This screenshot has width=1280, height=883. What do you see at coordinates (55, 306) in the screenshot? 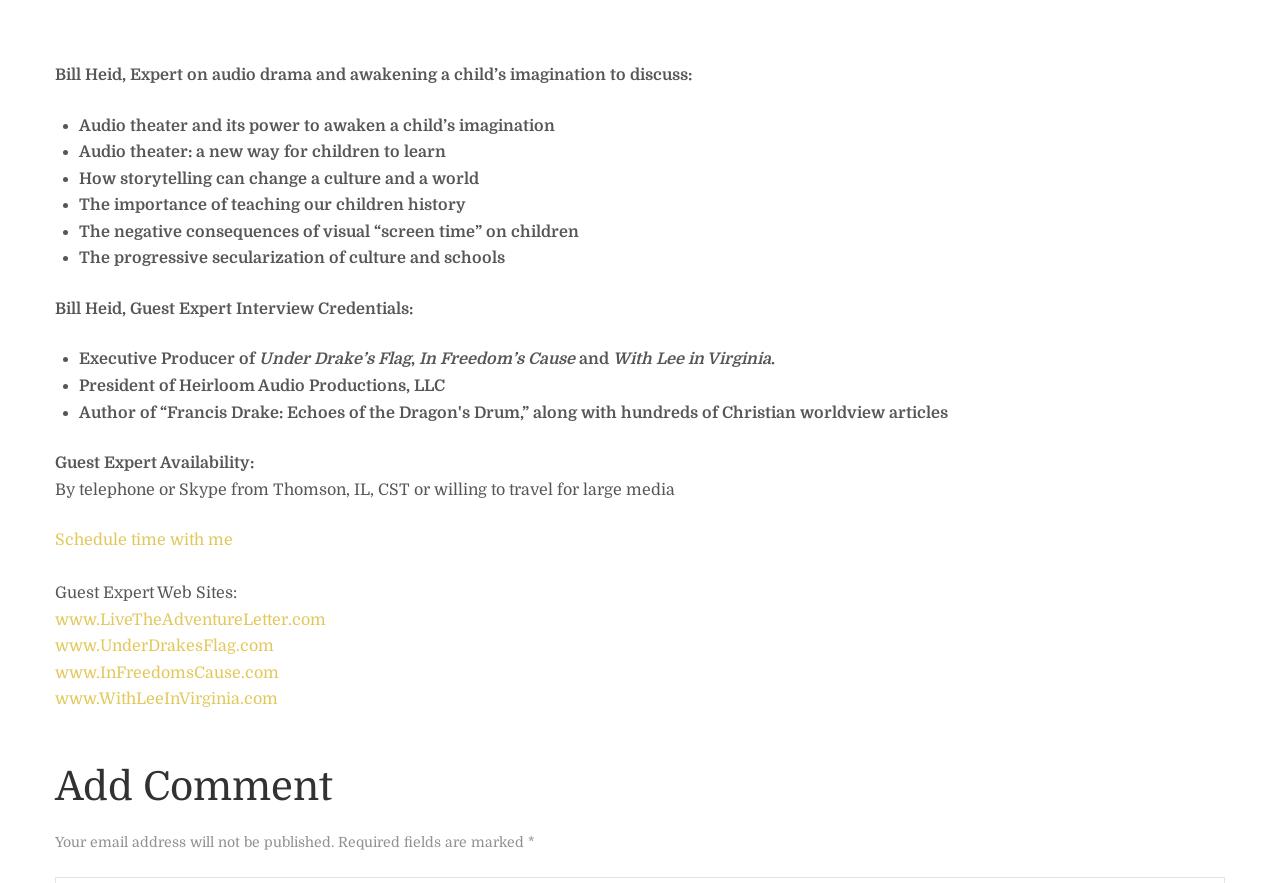
I see `'Bill Heid, Guest Expert Interview Credentials:'` at bounding box center [55, 306].